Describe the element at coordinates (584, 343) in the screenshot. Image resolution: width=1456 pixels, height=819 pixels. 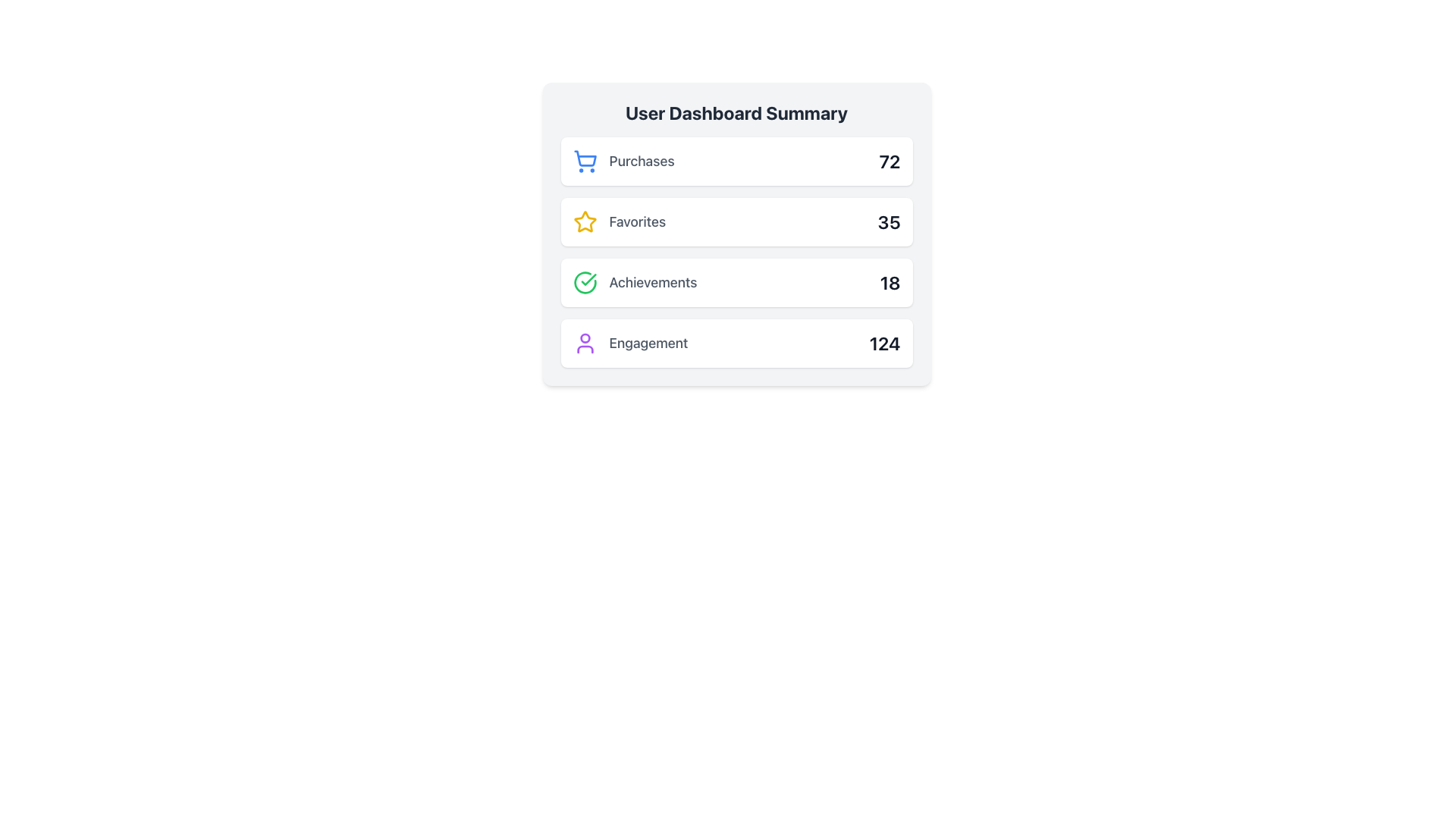
I see `the icon representing user engagement in the fourth row of the 'User Dashboard Summary' card, located before the label 'Engagement'` at that location.